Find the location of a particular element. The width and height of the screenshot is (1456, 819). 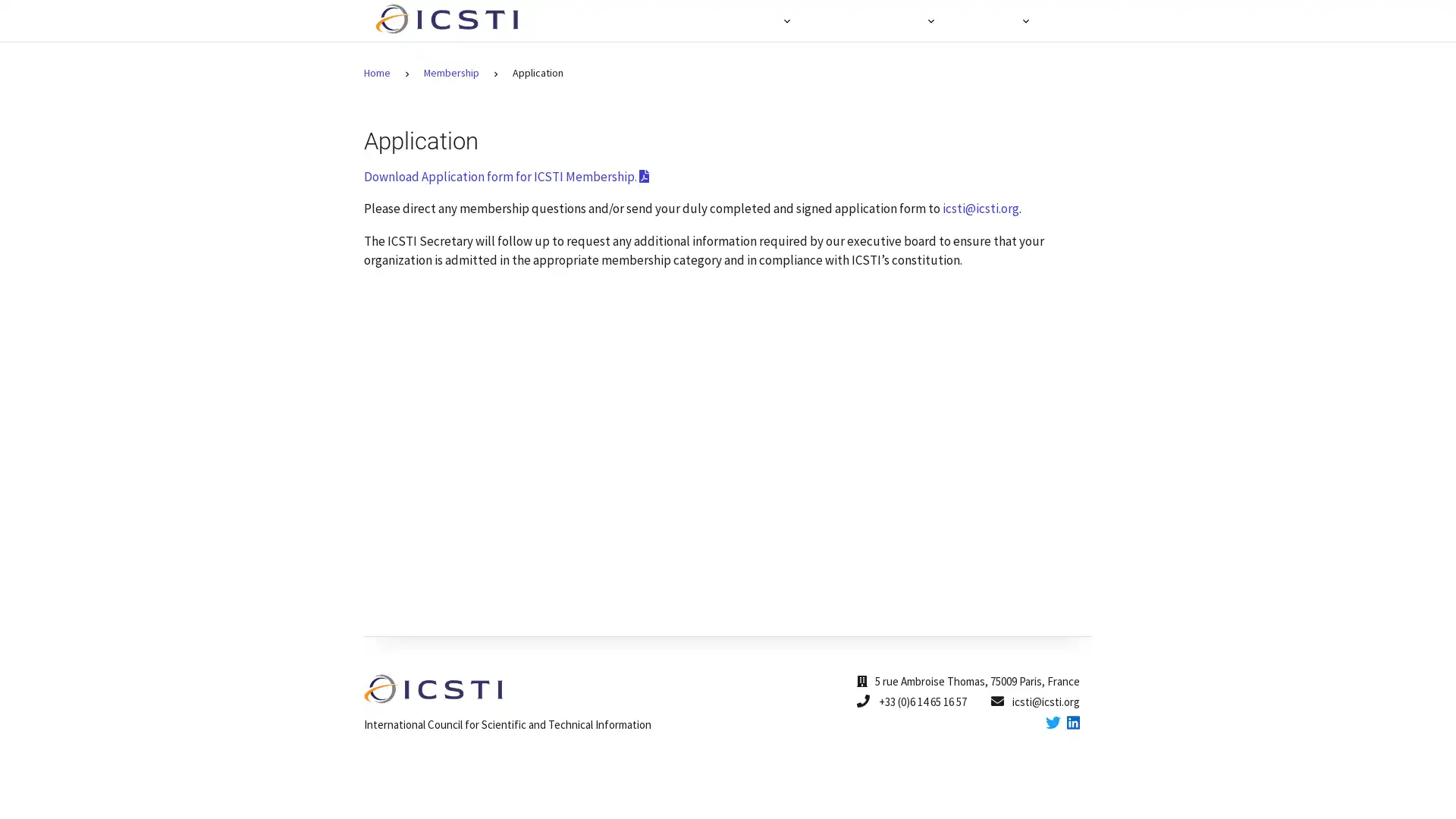

About ICSTI is located at coordinates (743, 20).